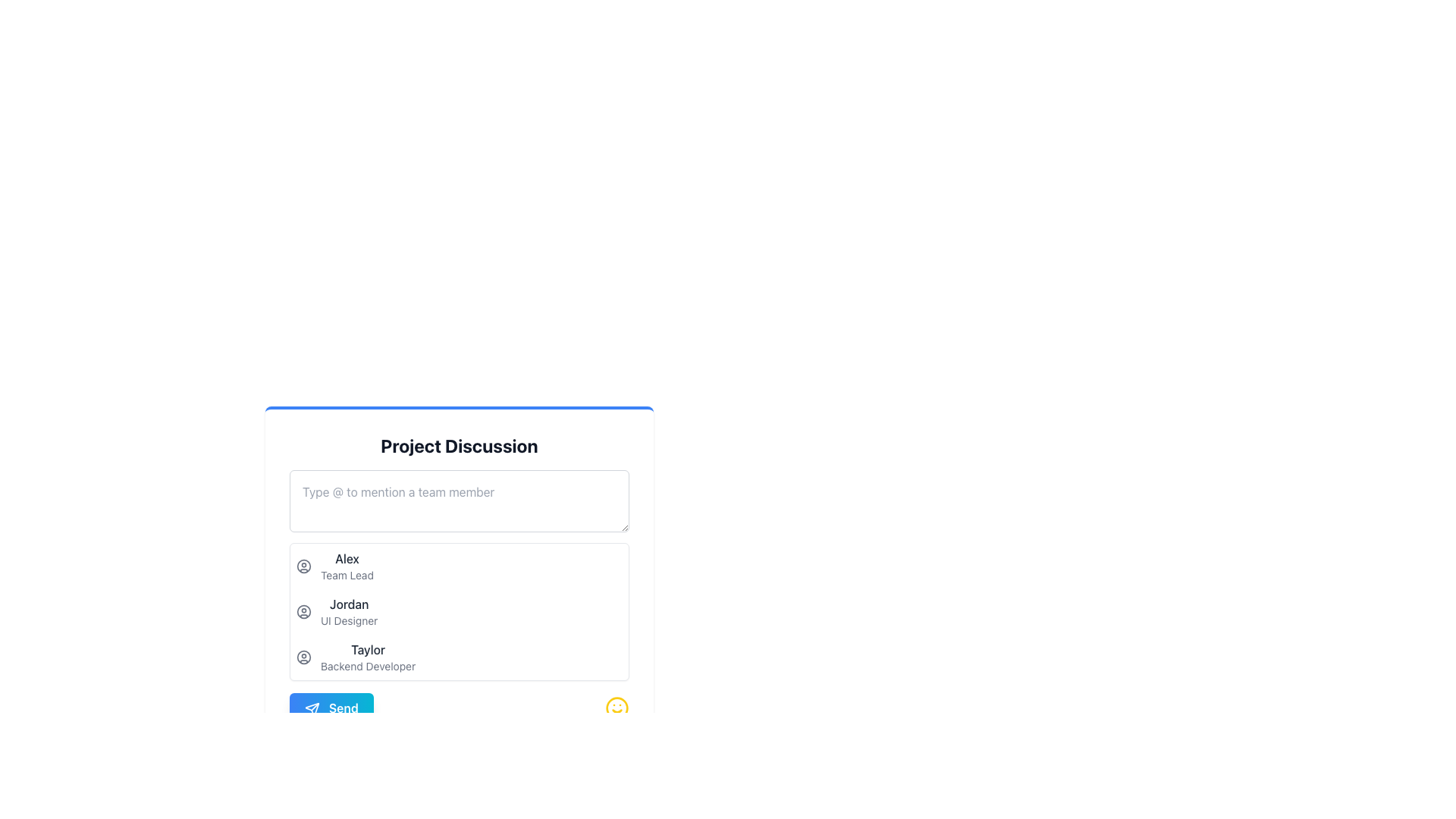  What do you see at coordinates (348, 620) in the screenshot?
I see `the 'UI Designer' text label located below the name 'Jordan' in the list interface` at bounding box center [348, 620].